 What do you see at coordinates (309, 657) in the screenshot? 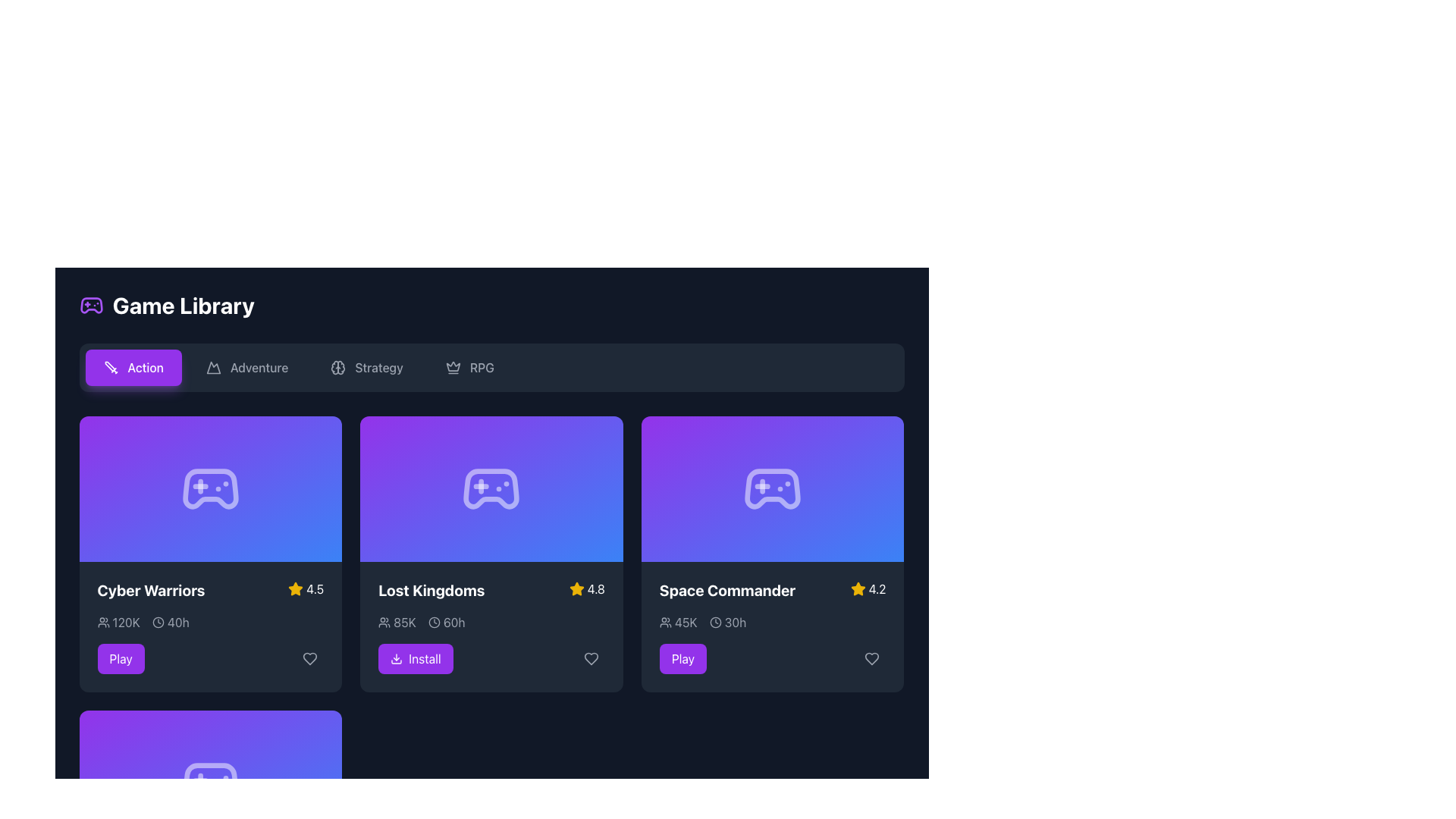
I see `the heart-shaped icon button located in the lower-right corner of the first game card in the second row of the grid` at bounding box center [309, 657].